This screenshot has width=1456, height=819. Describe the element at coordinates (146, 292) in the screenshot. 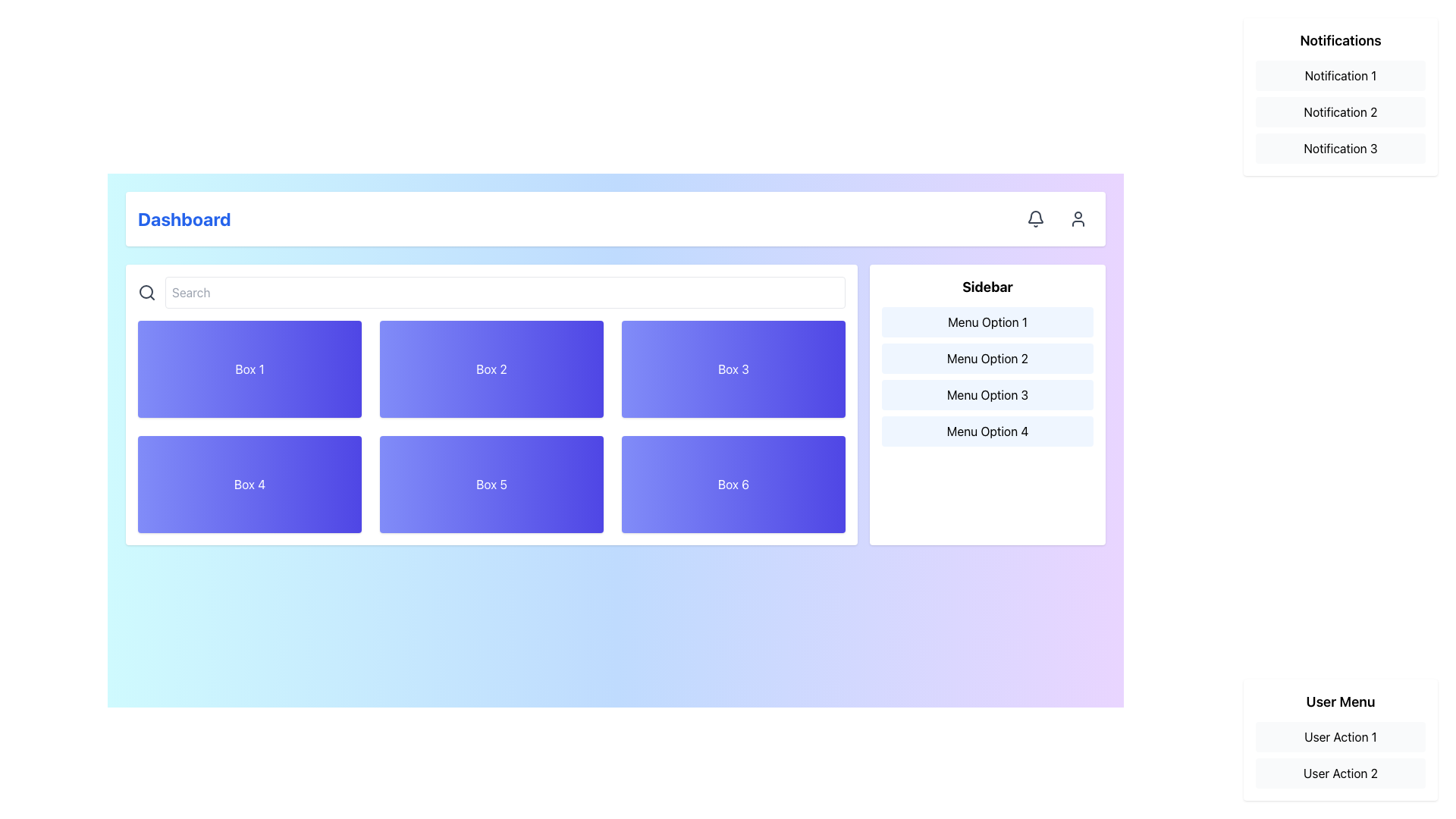

I see `the circular SVG graphic element that is part of the search icon, characterized by its 8-pixel radius and gray outline, located at the left end of the search bar` at that location.